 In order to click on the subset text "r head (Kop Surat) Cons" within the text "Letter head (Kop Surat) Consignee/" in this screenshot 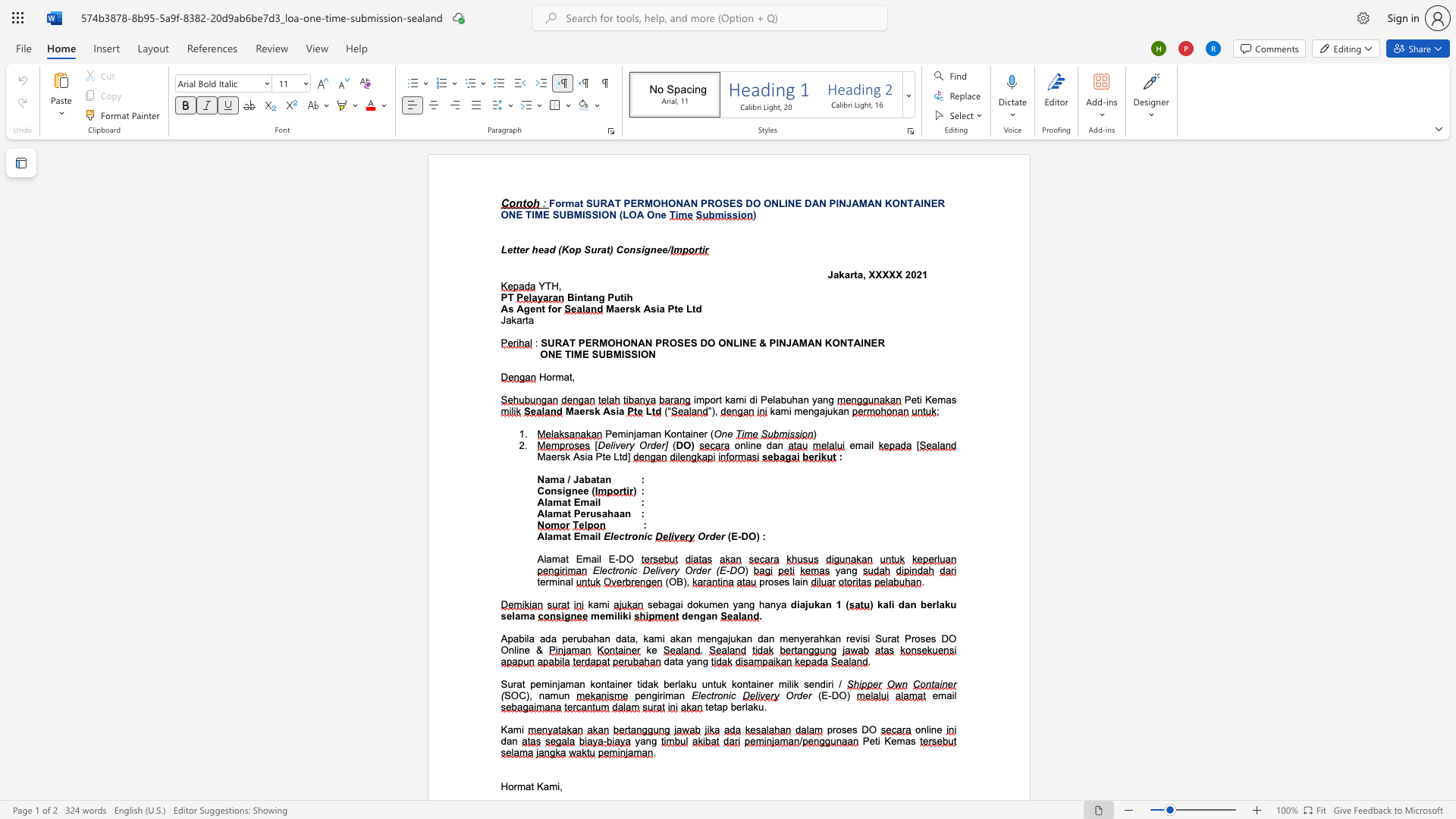, I will do `click(525, 249)`.